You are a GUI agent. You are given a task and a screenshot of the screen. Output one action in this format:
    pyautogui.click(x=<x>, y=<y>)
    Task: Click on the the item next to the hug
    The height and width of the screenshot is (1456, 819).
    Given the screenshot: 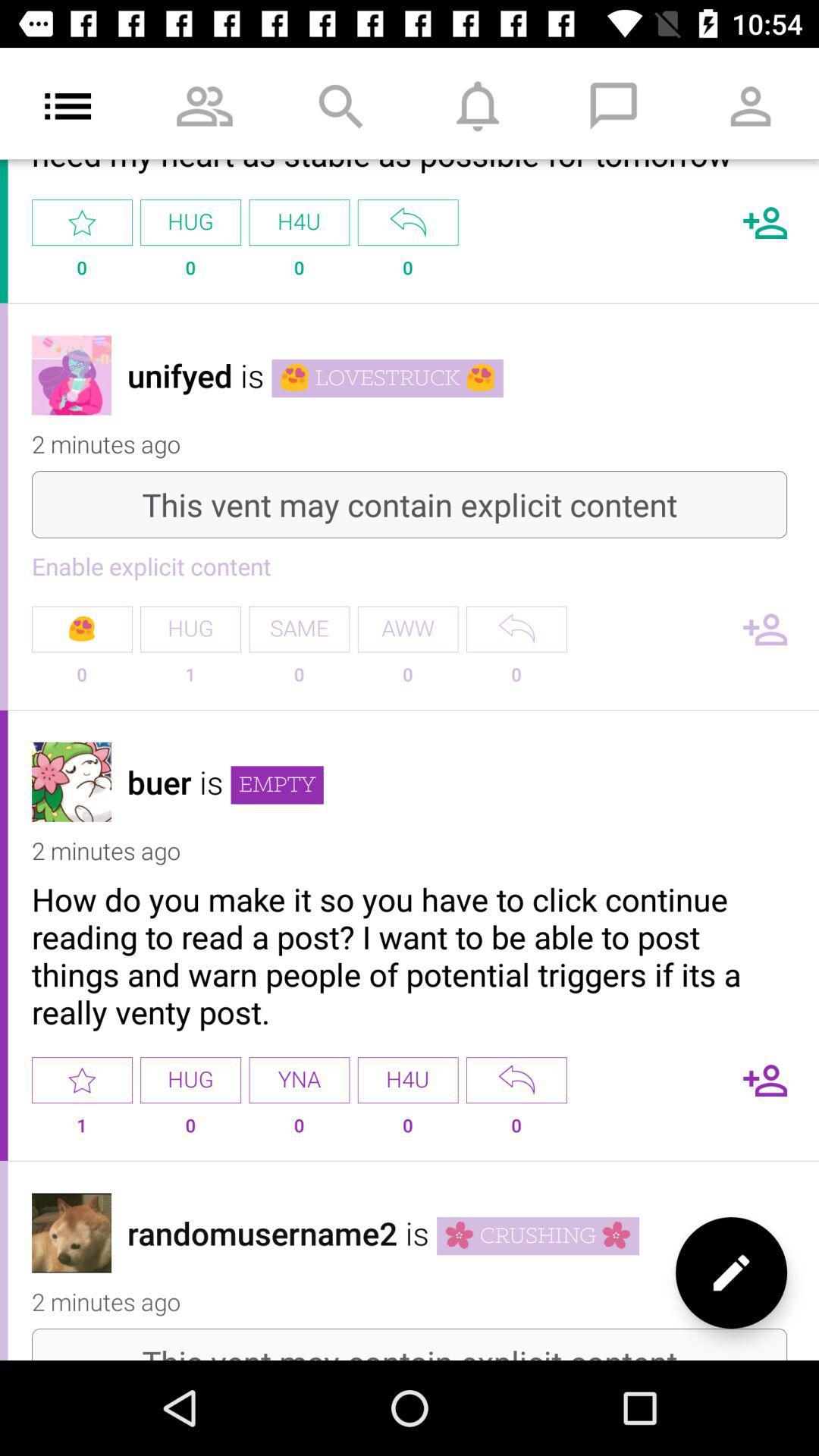 What is the action you would take?
    pyautogui.click(x=299, y=1079)
    